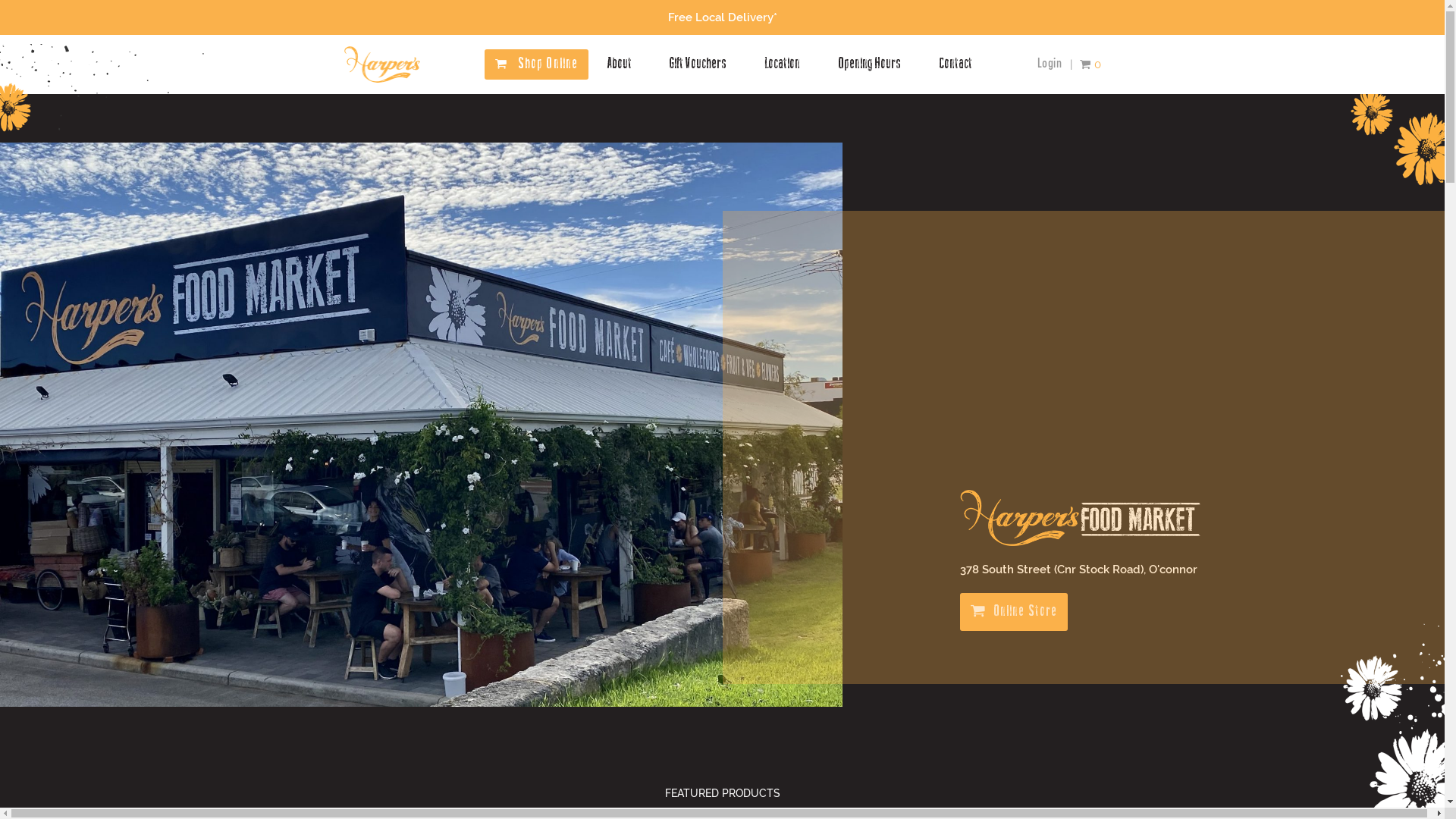 This screenshot has height=819, width=1456. What do you see at coordinates (1090, 63) in the screenshot?
I see `'0'` at bounding box center [1090, 63].